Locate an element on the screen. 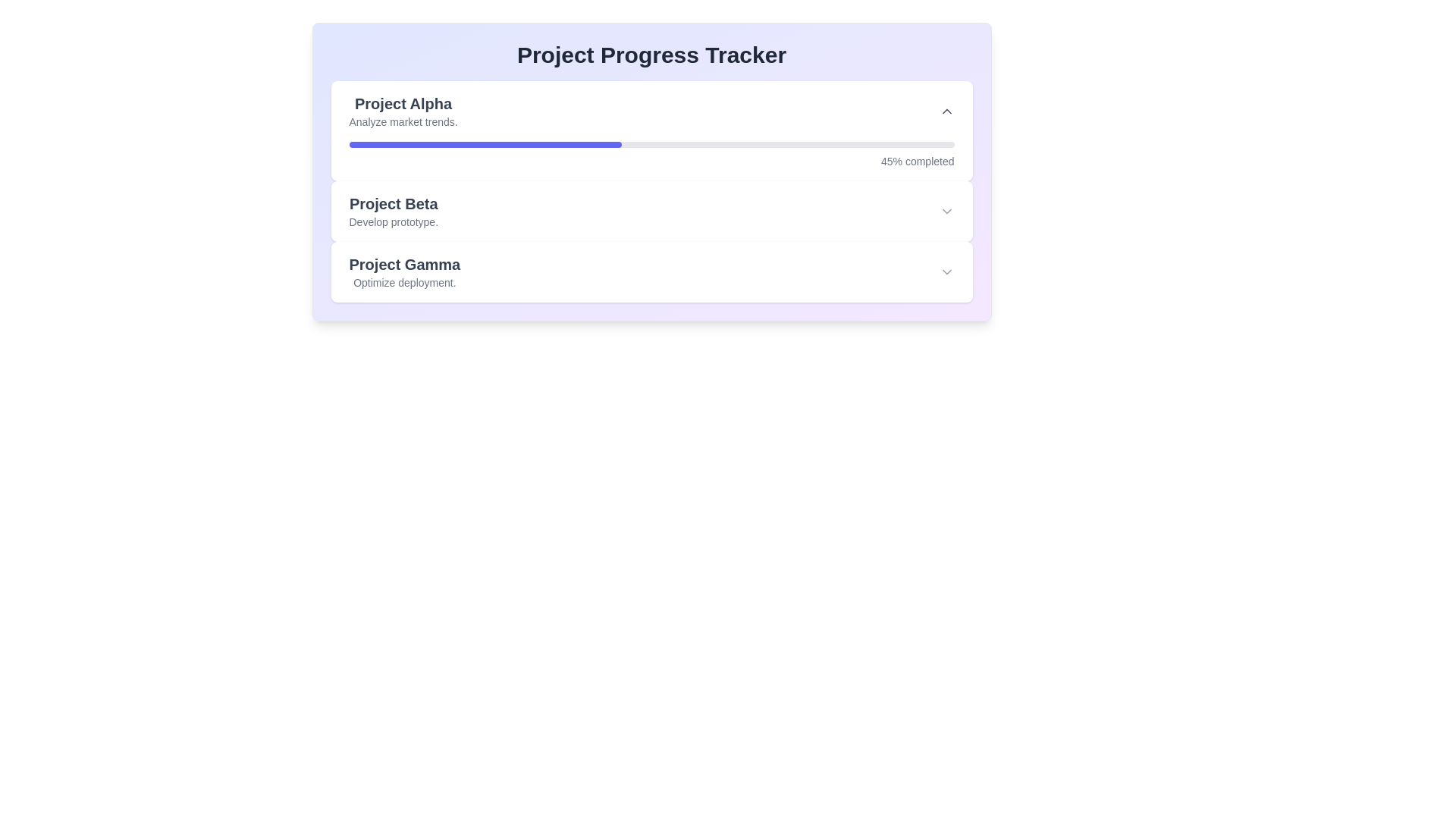  text from the 'Project Alpha' text label, which includes the title in large, bold font and the description in a smaller, subdued gray color, located in the first project card is located at coordinates (403, 110).